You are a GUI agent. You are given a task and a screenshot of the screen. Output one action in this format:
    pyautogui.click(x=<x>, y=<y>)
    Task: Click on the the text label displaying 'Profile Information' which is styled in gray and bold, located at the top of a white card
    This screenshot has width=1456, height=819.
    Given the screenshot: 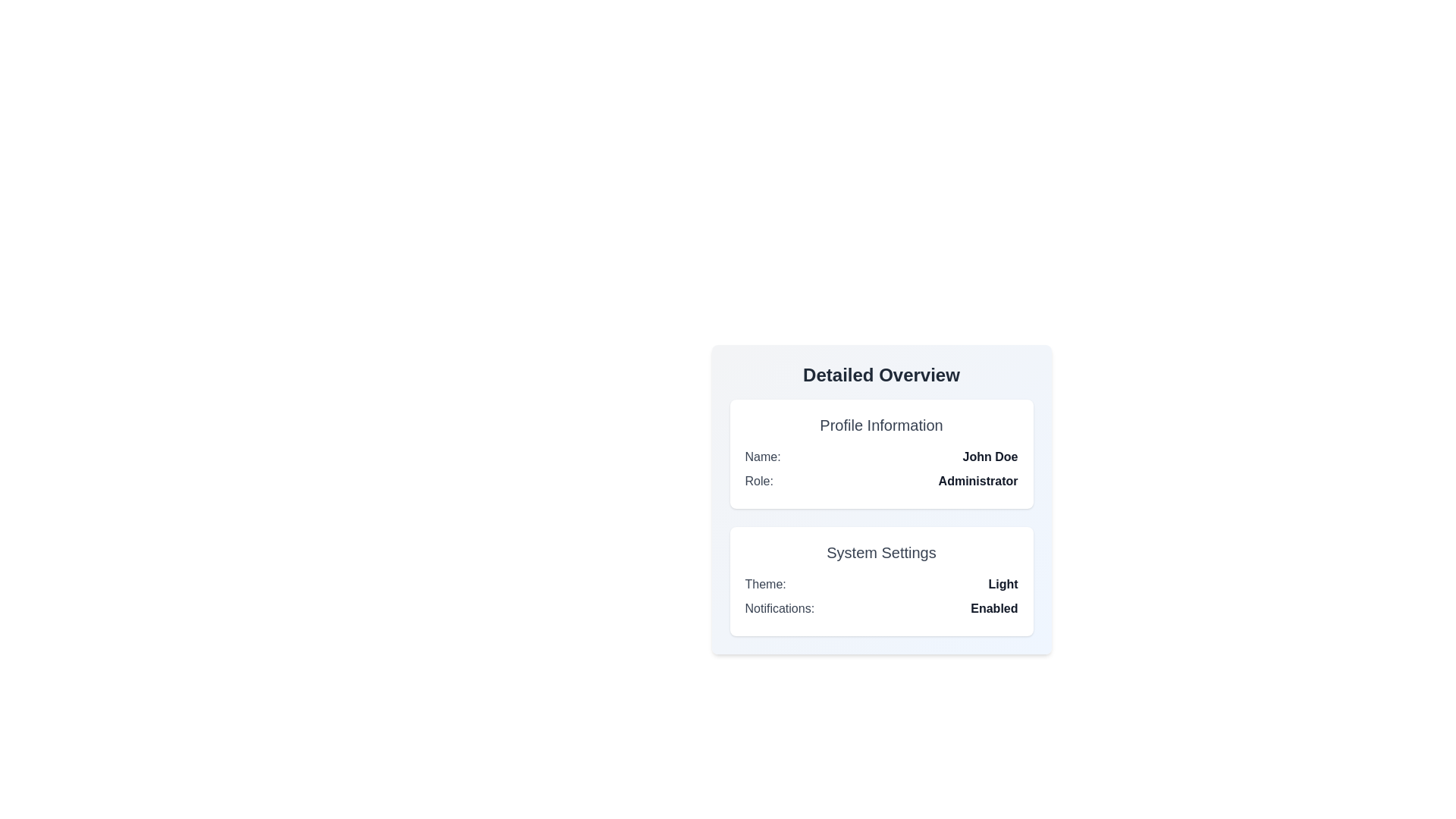 What is the action you would take?
    pyautogui.click(x=881, y=425)
    